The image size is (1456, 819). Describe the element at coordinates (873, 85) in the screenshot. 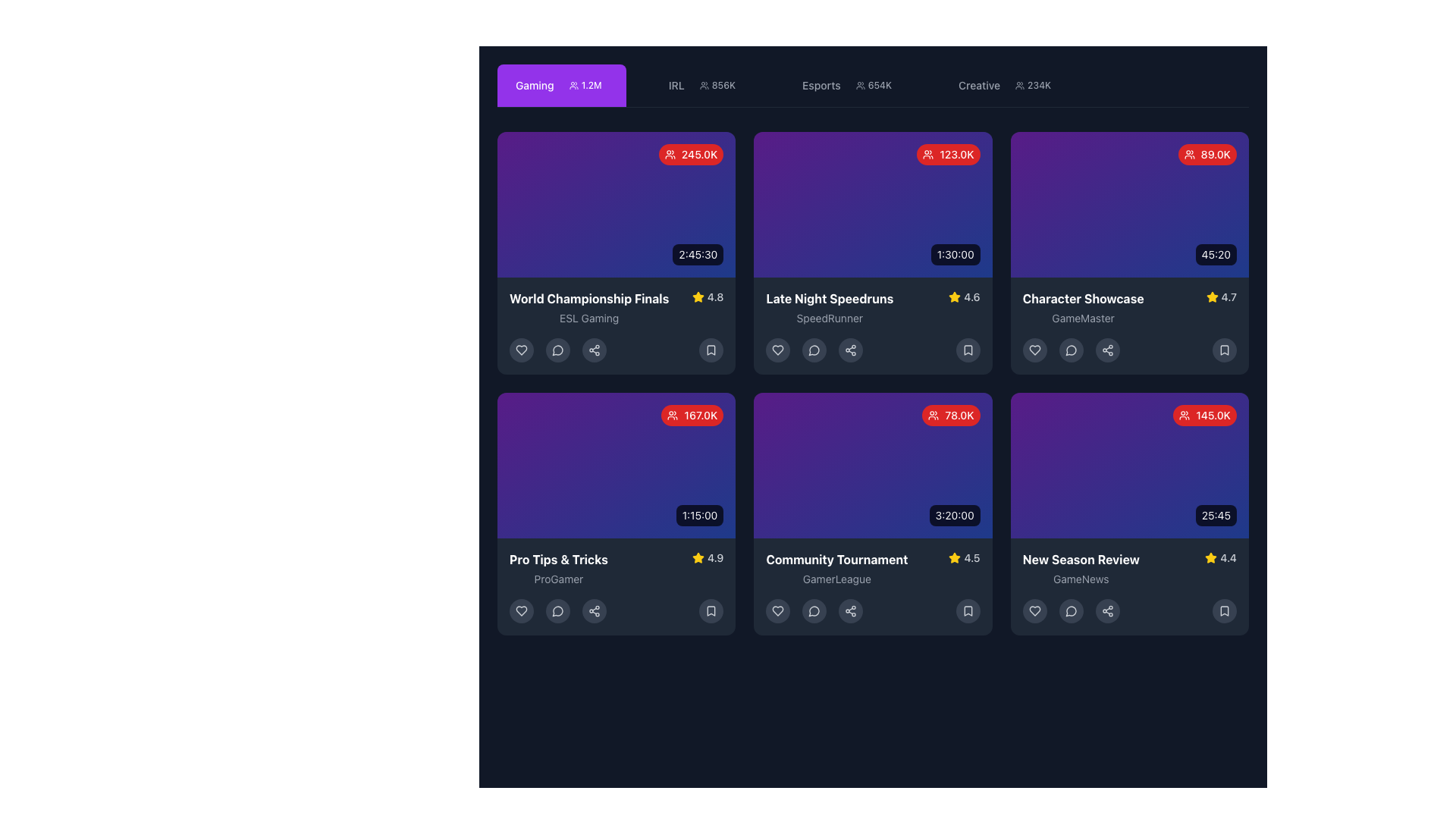

I see `the third navigational tab labeled 'Esports' to change its appearance` at that location.